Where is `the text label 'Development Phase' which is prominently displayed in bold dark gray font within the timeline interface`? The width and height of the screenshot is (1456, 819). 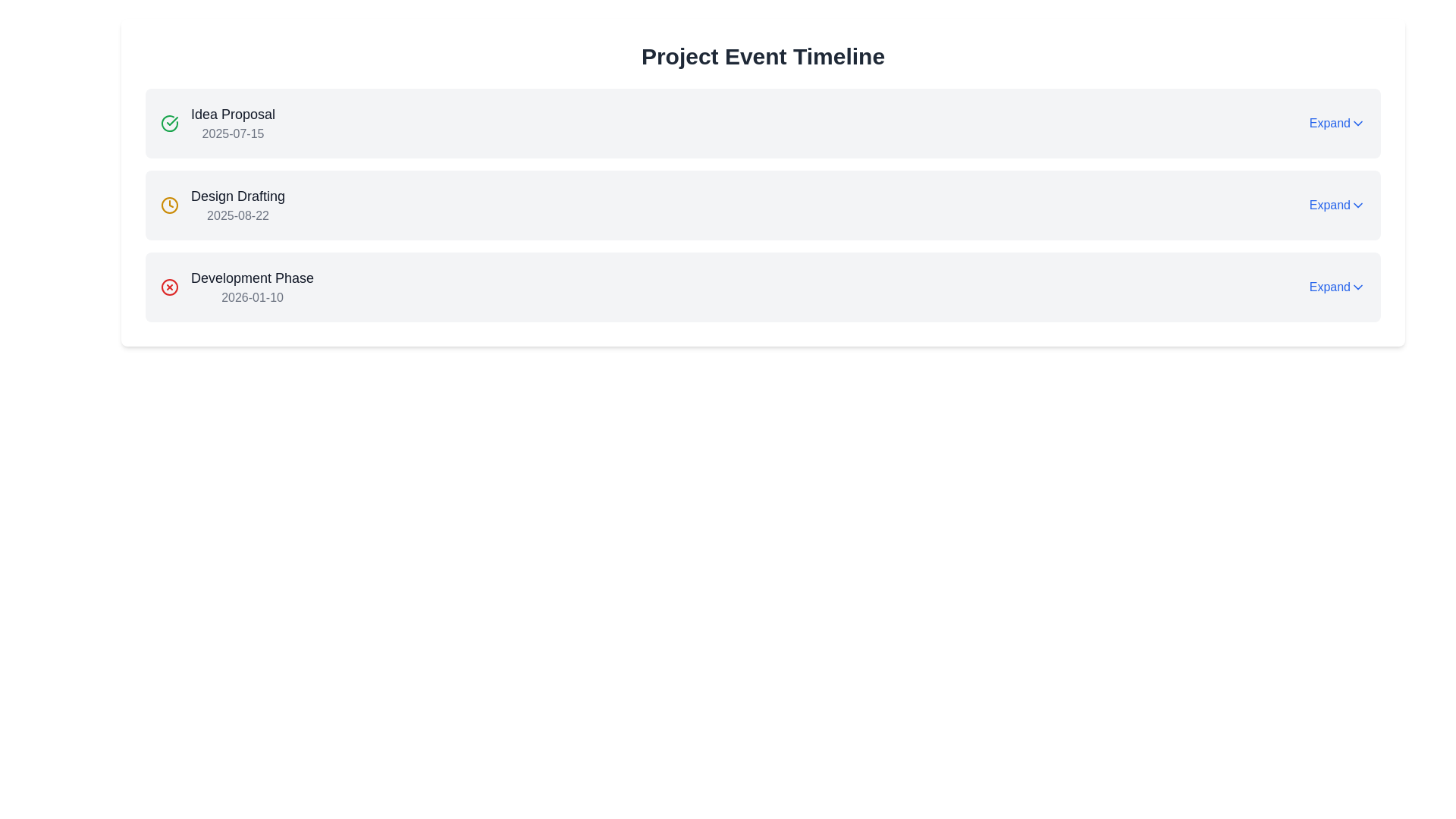 the text label 'Development Phase' which is prominently displayed in bold dark gray font within the timeline interface is located at coordinates (253, 278).